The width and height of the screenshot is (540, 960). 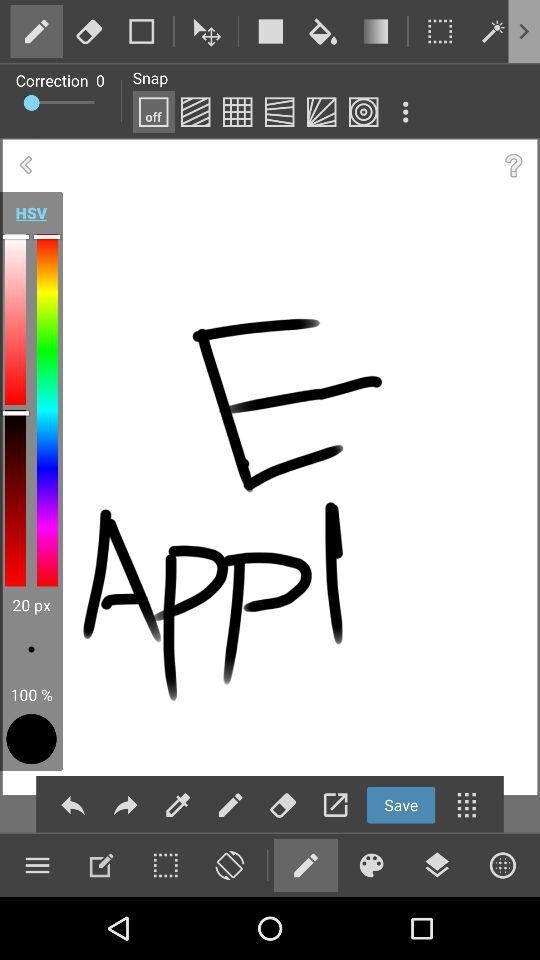 I want to click on crop, so click(x=140, y=30).